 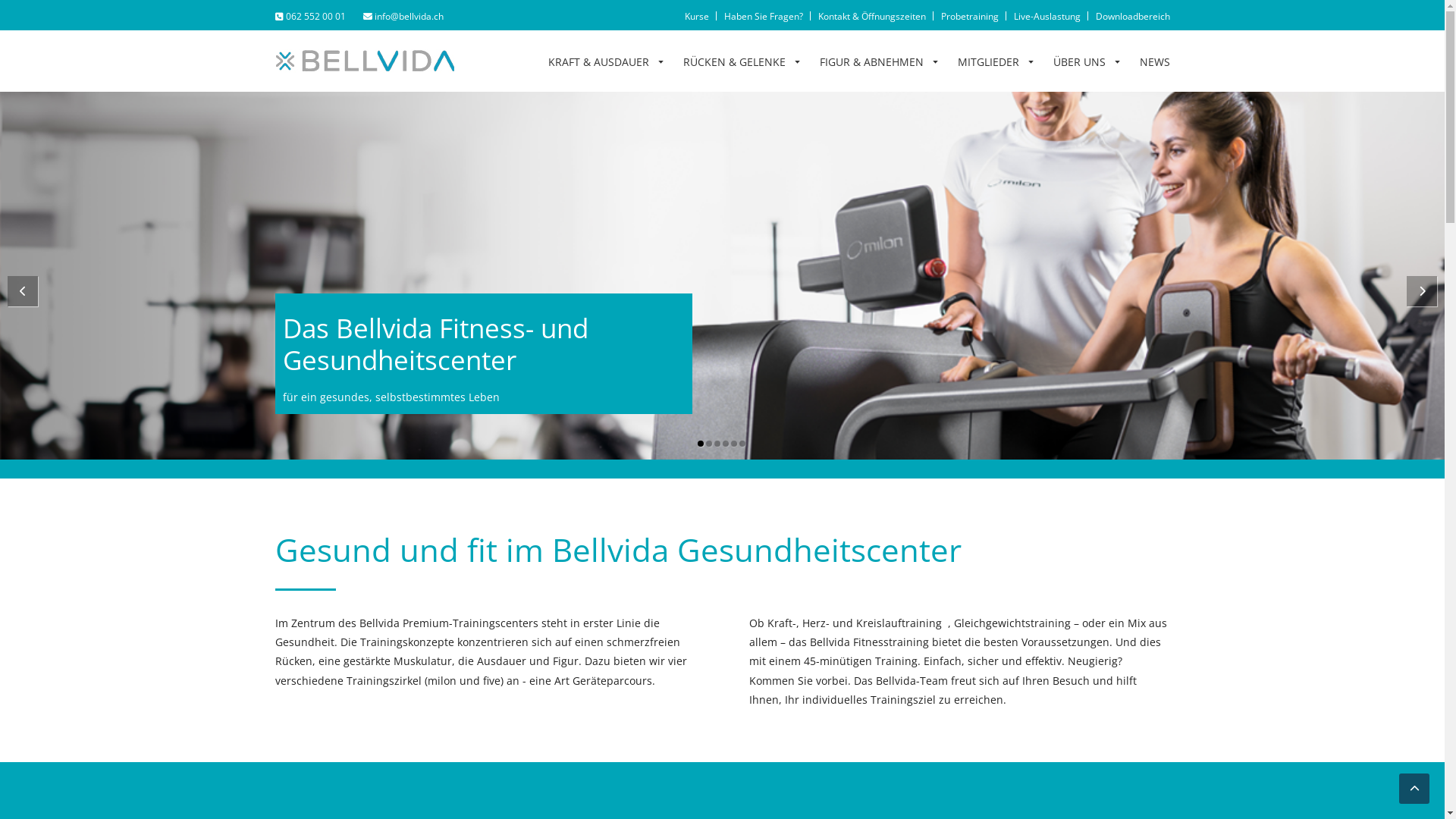 I want to click on 'MITGLIEDER', so click(x=997, y=61).